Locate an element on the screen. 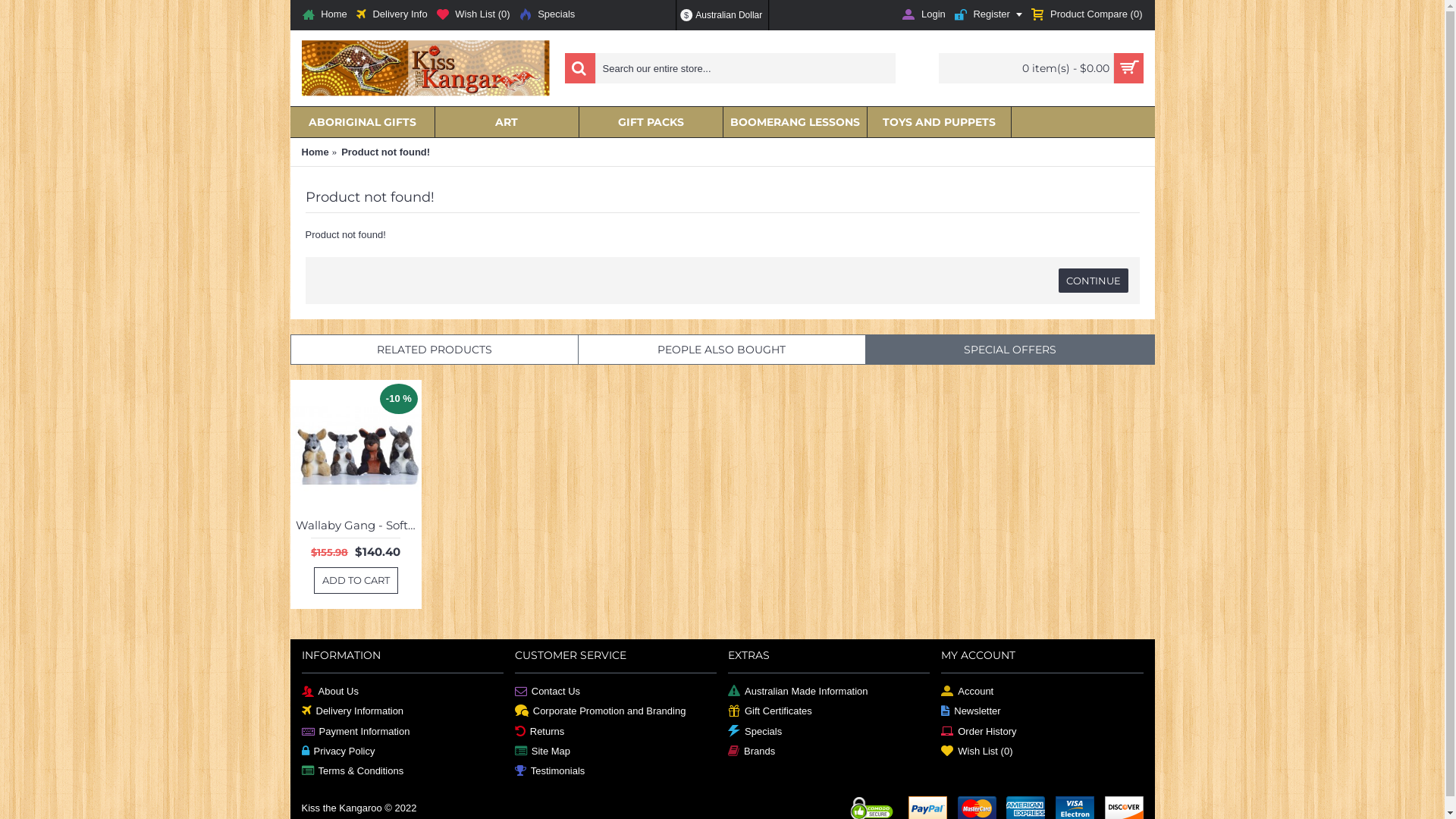 This screenshot has width=1456, height=819. 'Corporate Promotion and Branding' is located at coordinates (615, 711).